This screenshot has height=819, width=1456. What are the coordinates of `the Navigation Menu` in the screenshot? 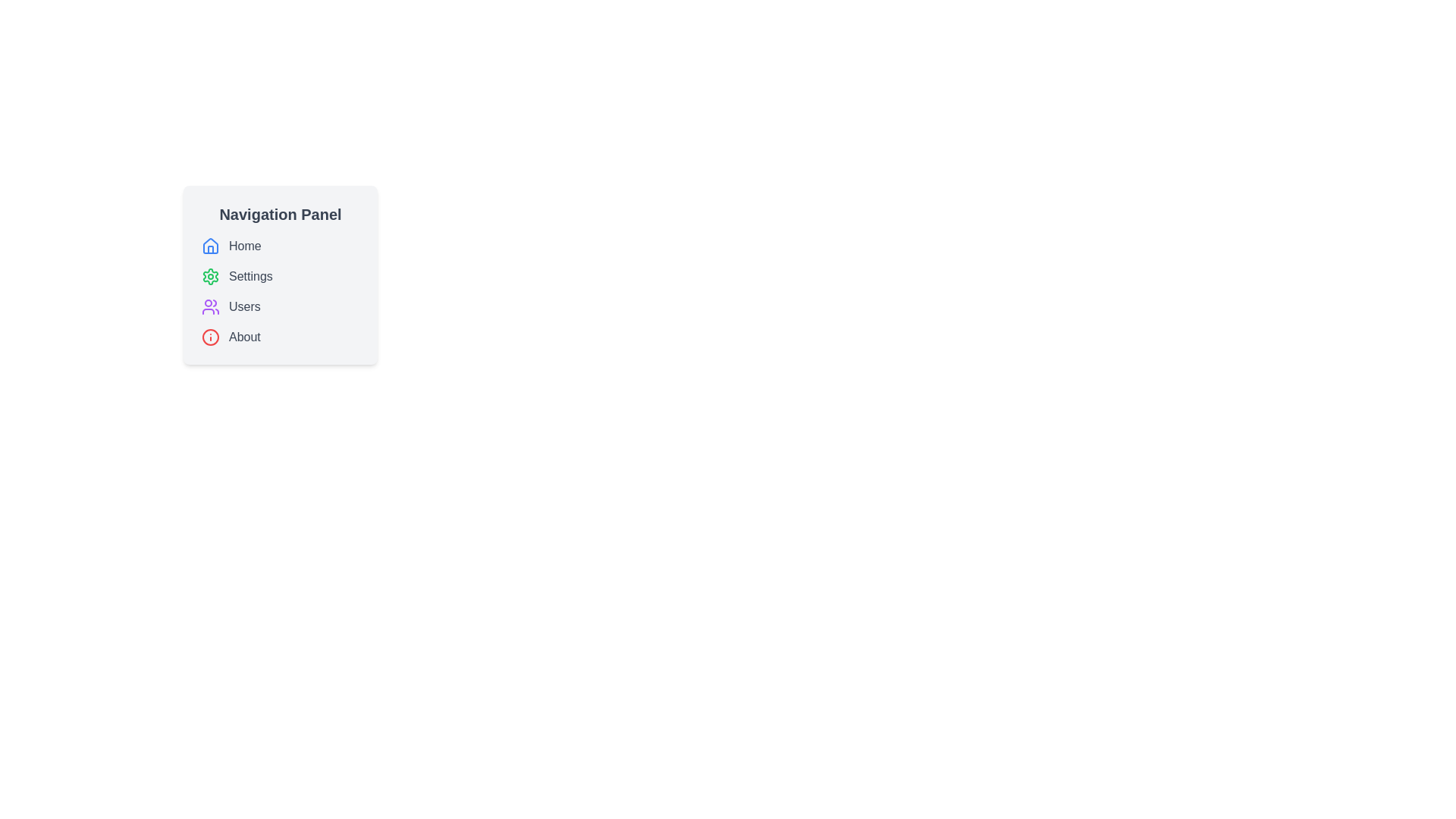 It's located at (280, 292).